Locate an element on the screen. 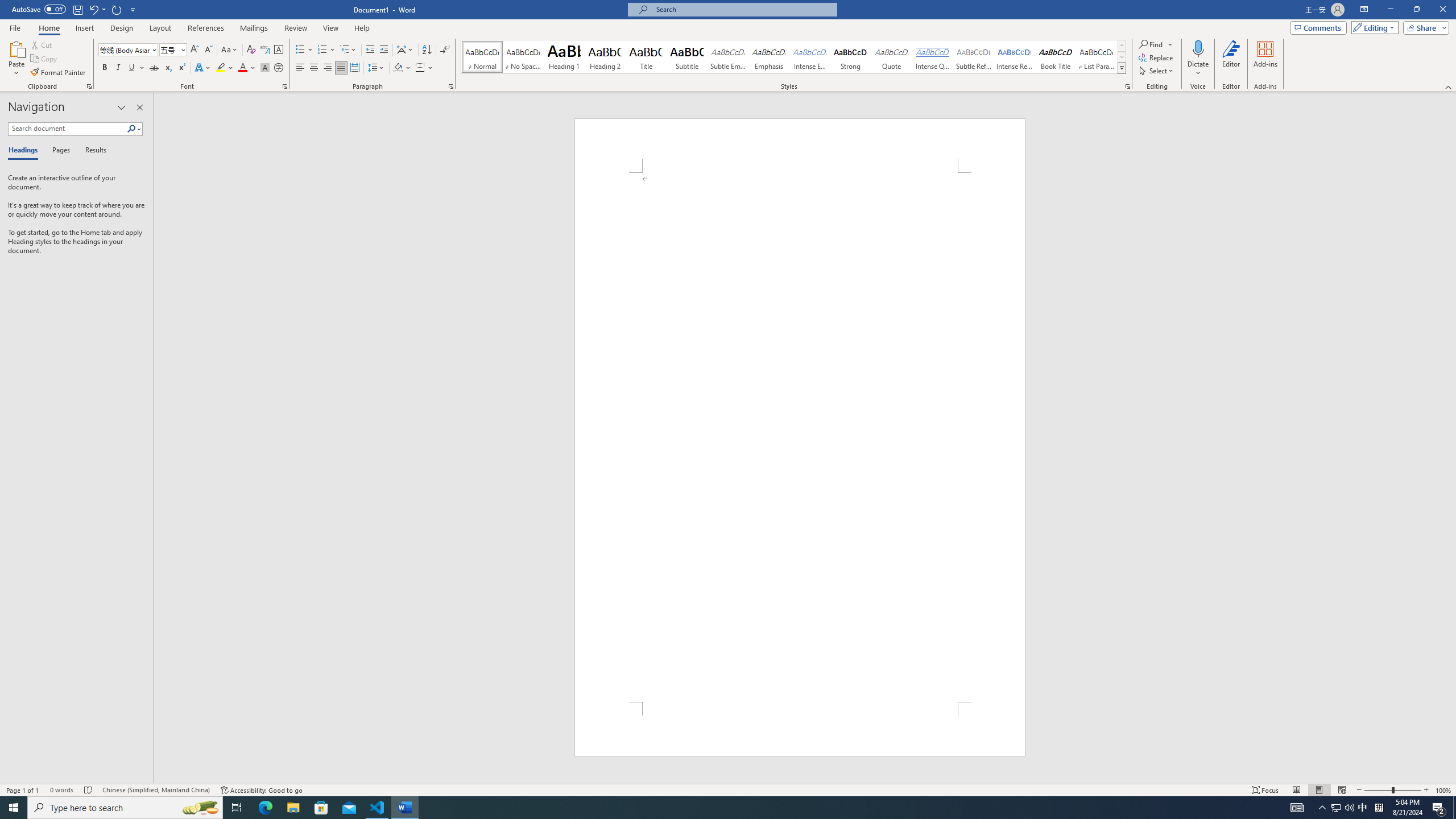 Image resolution: width=1456 pixels, height=819 pixels. 'Subtle Emphasis' is located at coordinates (728, 56).